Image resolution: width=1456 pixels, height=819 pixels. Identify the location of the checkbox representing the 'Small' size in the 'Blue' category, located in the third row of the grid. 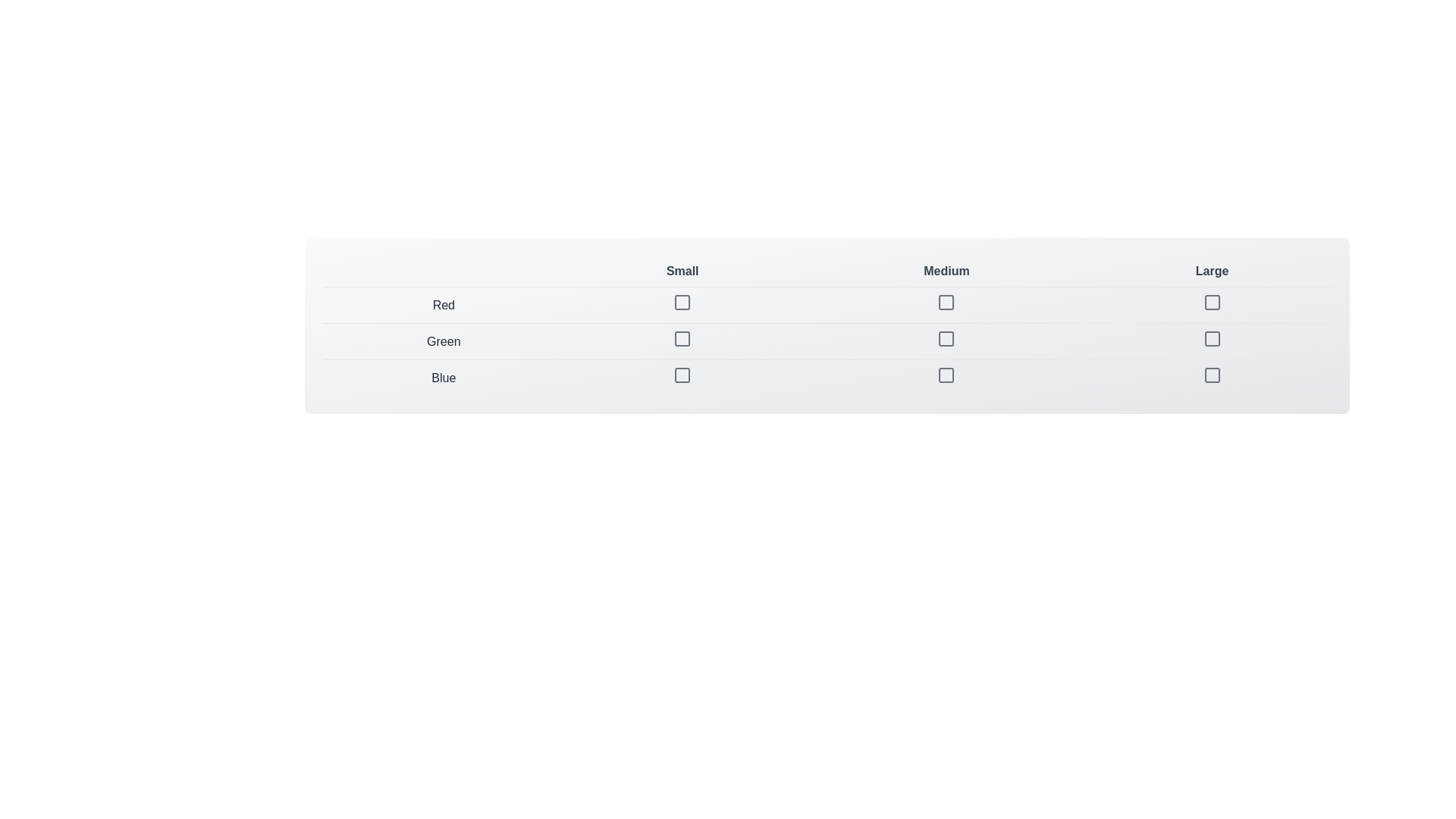
(682, 375).